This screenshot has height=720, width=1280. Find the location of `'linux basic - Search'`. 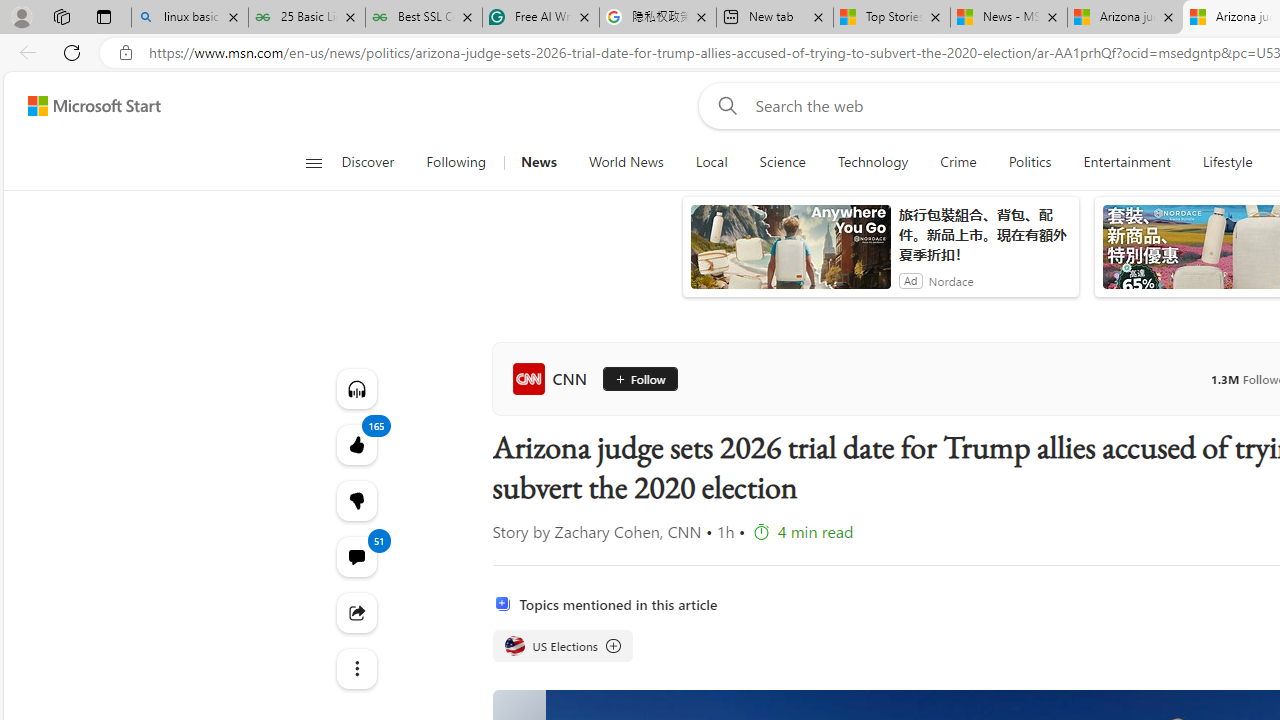

'linux basic - Search' is located at coordinates (190, 17).